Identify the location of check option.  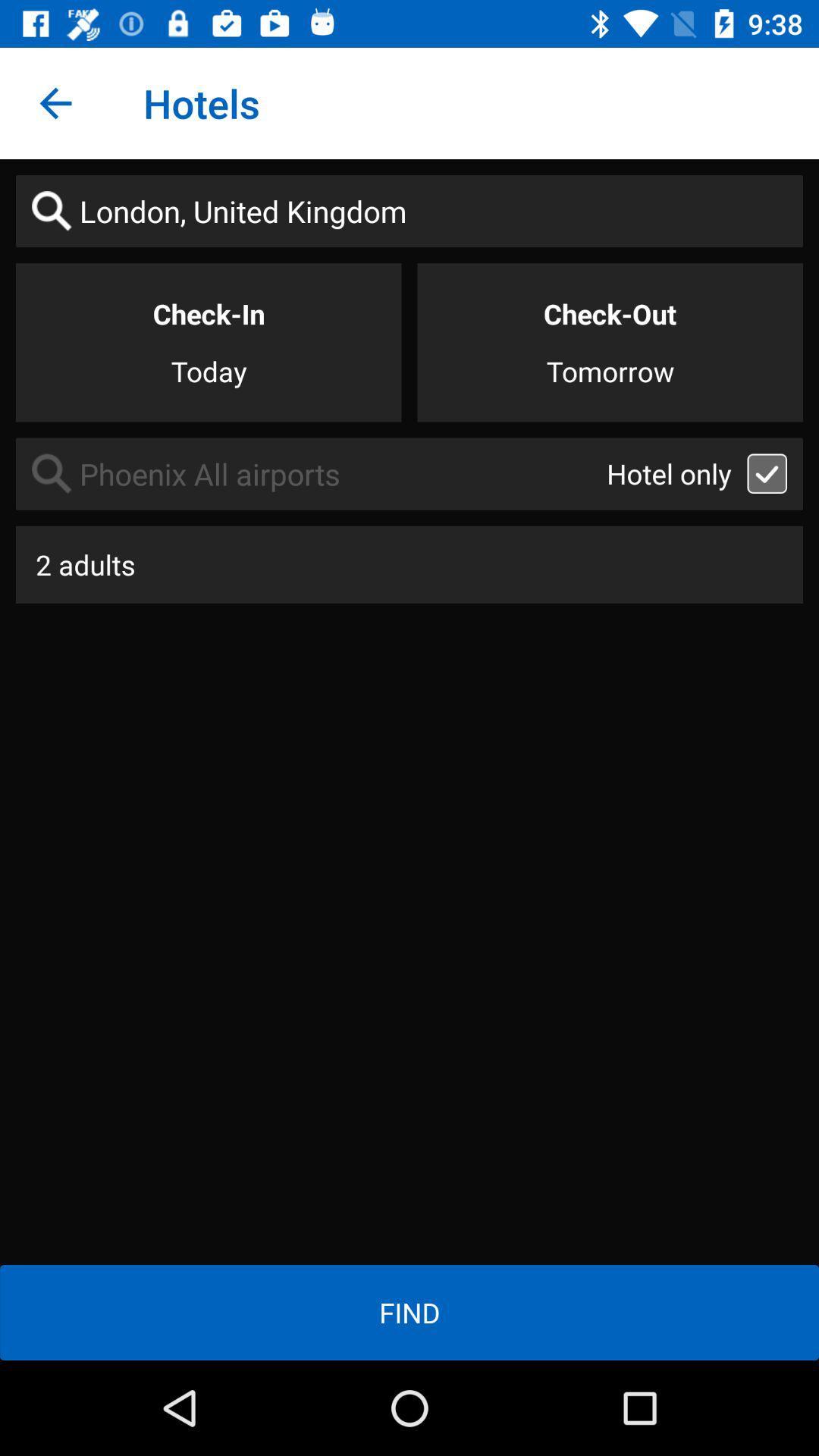
(767, 472).